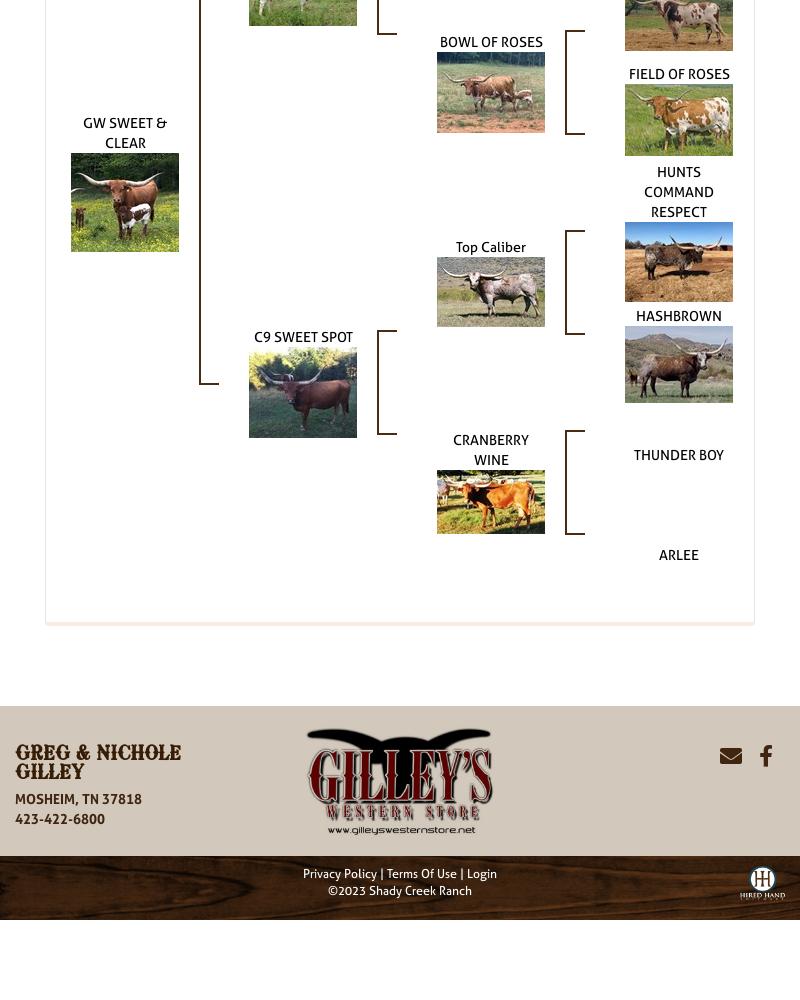 The height and width of the screenshot is (1000, 800). What do you see at coordinates (98, 763) in the screenshot?
I see `'Greg & Nichole Gilley'` at bounding box center [98, 763].